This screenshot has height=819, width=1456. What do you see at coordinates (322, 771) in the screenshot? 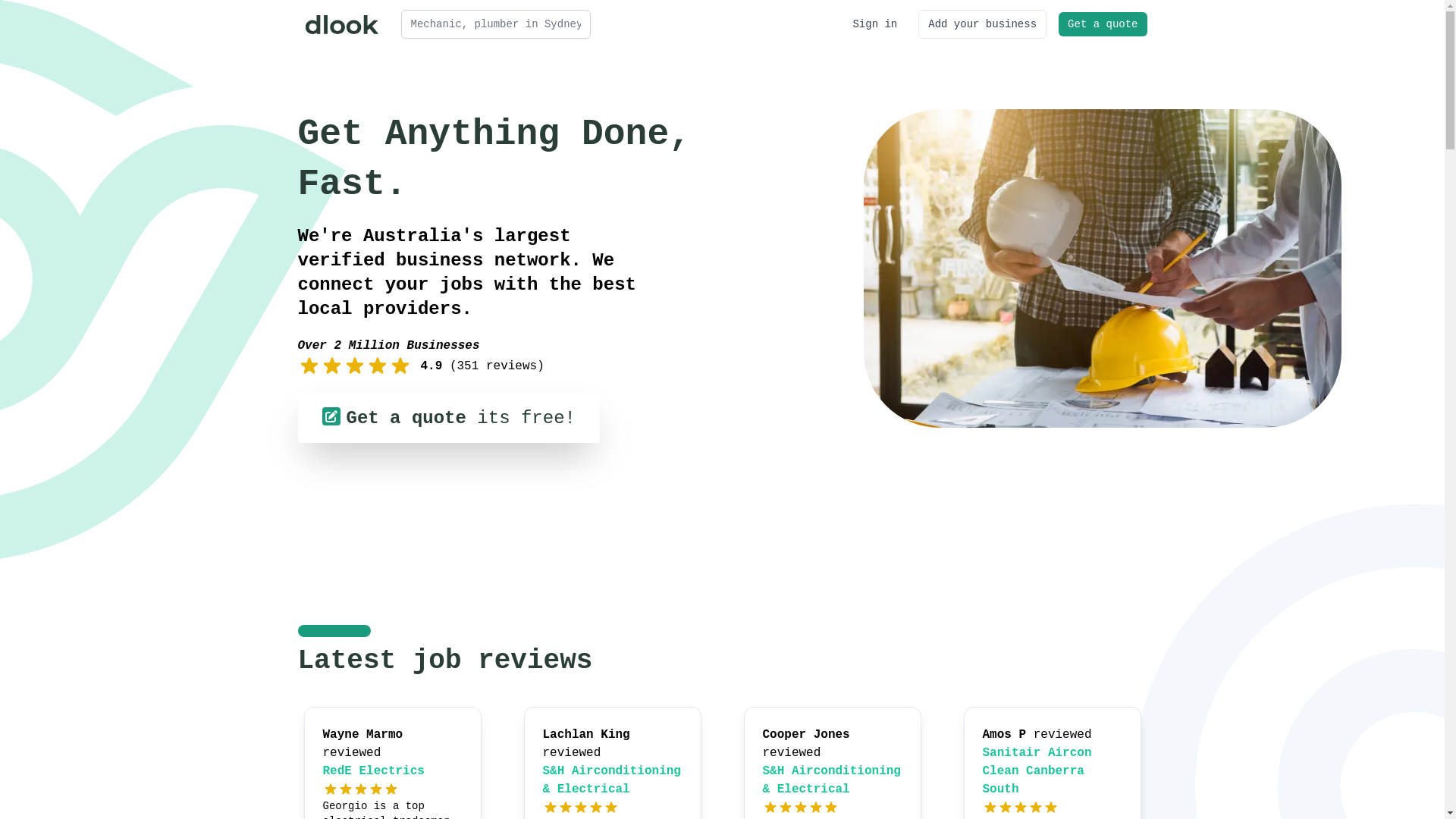
I see `'RedE Electrics'` at bounding box center [322, 771].